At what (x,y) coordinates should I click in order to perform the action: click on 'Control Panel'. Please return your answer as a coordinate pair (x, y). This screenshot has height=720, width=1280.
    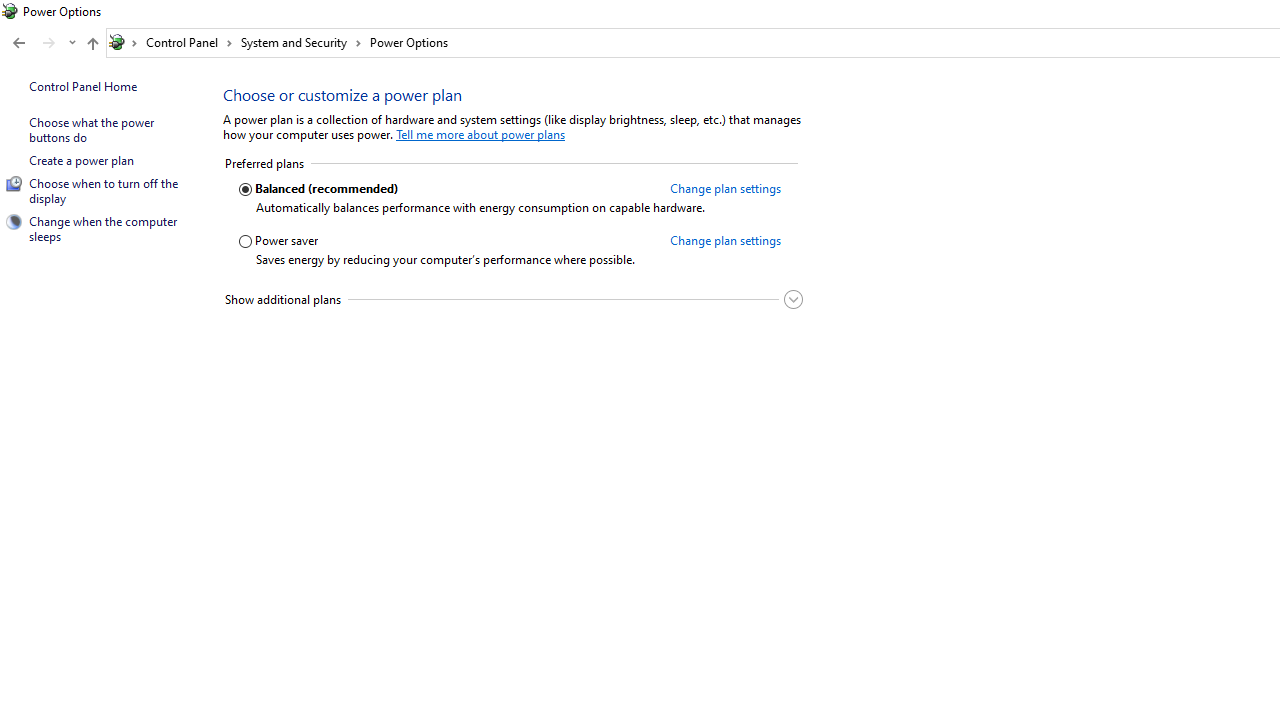
    Looking at the image, I should click on (189, 42).